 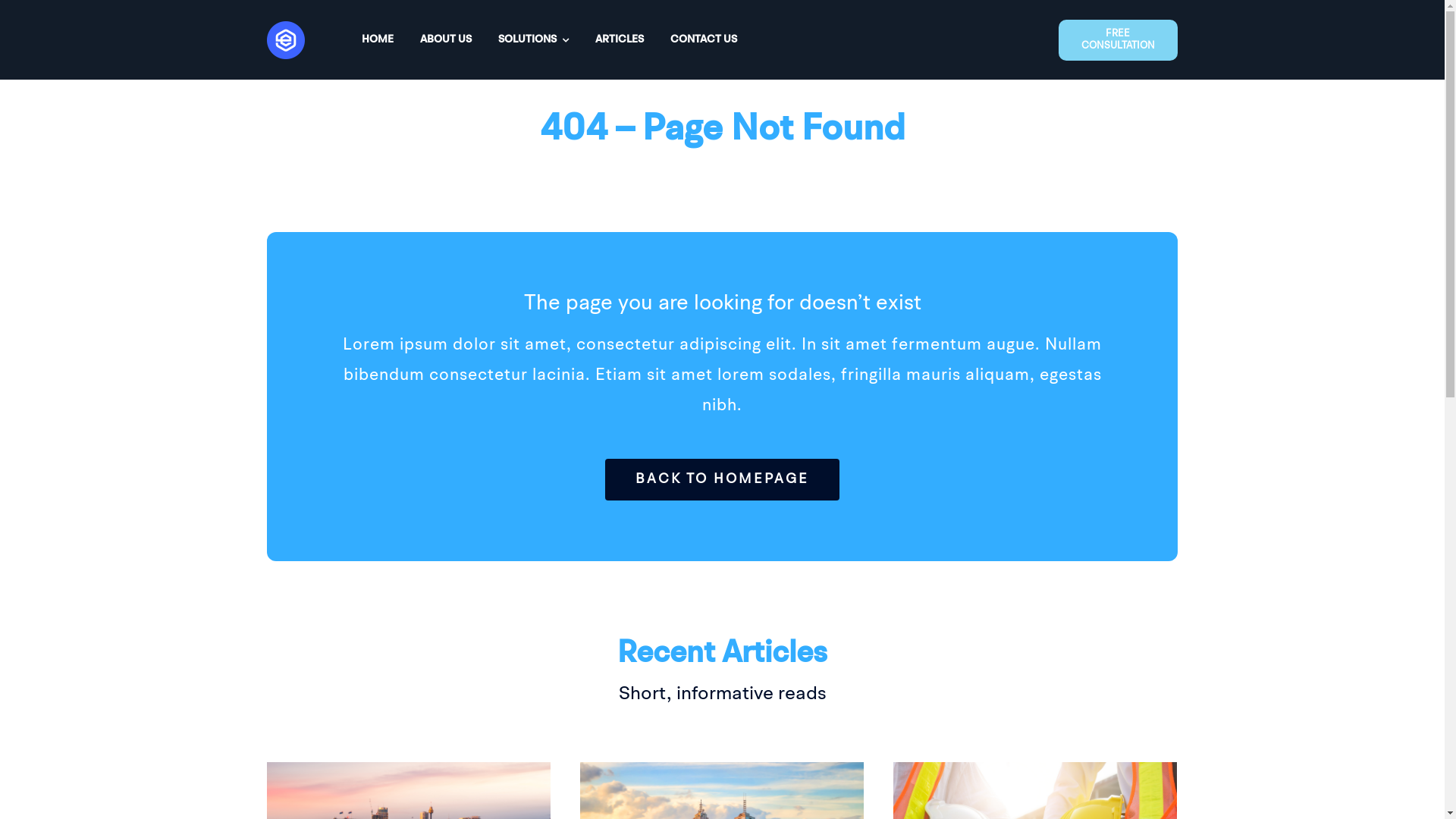 I want to click on 'HOME', so click(x=378, y=39).